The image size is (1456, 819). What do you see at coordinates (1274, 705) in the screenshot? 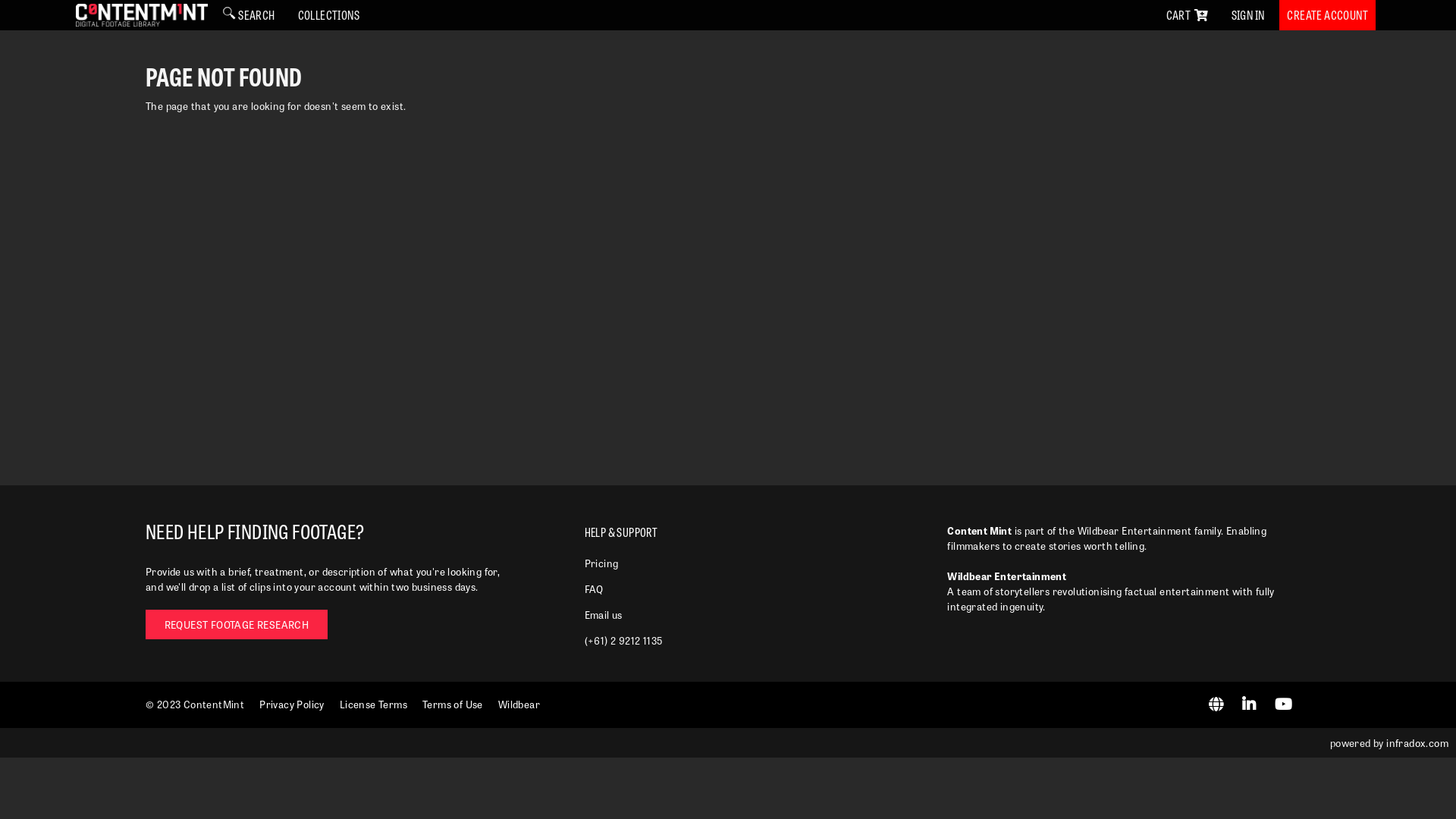
I see `'https://www.youtube.com/@wildvisuals'` at bounding box center [1274, 705].